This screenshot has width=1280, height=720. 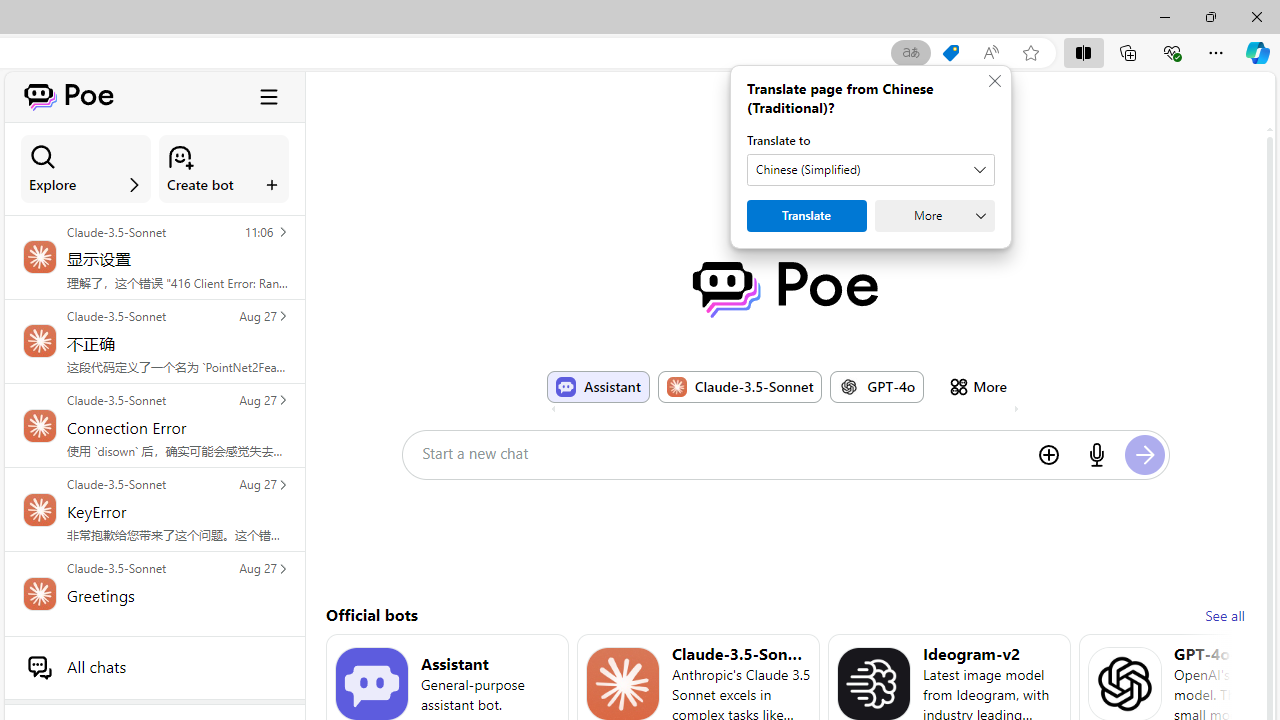 What do you see at coordinates (1223, 614) in the screenshot?
I see `'See all'` at bounding box center [1223, 614].